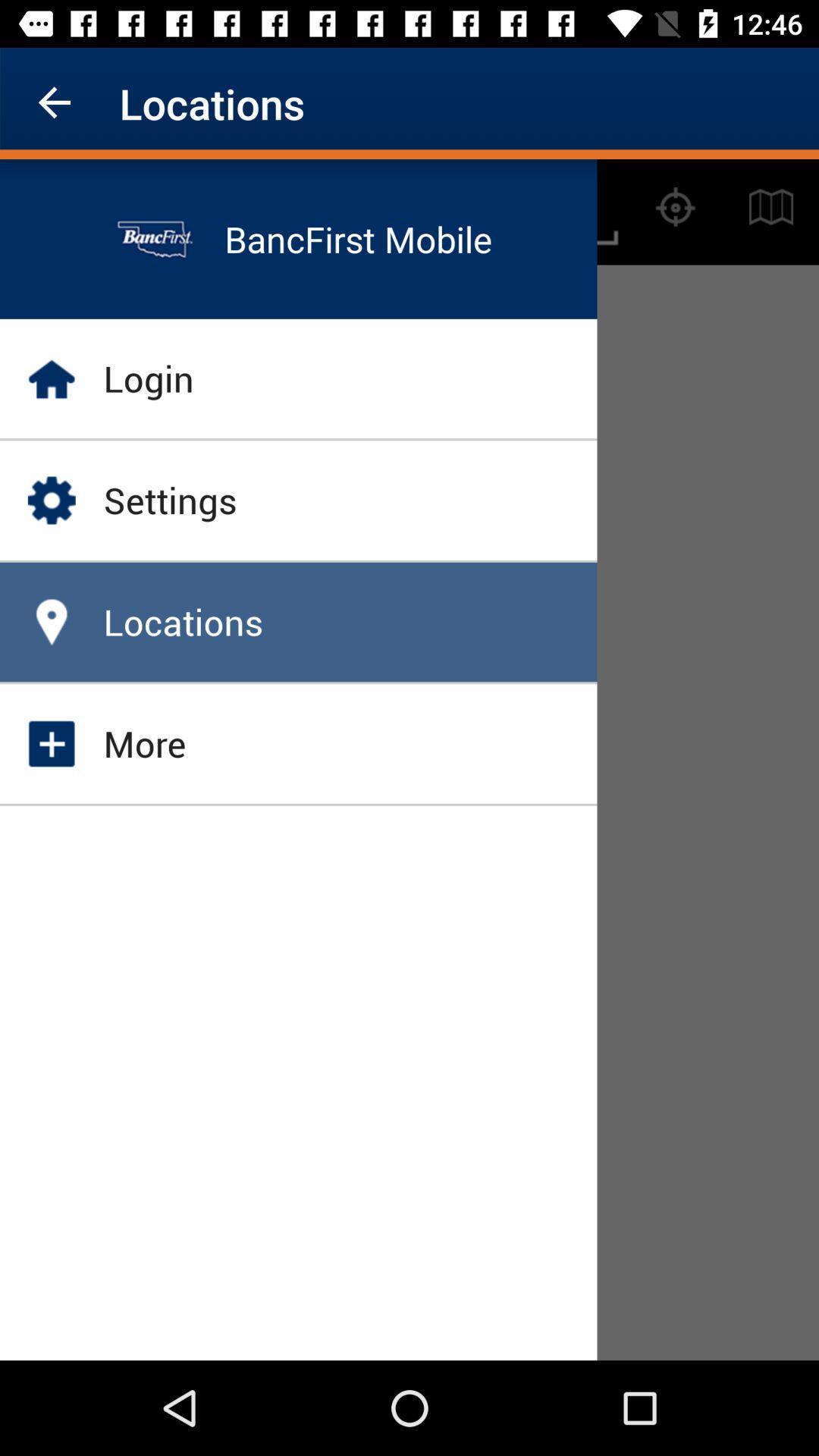 The image size is (819, 1456). Describe the element at coordinates (771, 206) in the screenshot. I see `the book icon` at that location.